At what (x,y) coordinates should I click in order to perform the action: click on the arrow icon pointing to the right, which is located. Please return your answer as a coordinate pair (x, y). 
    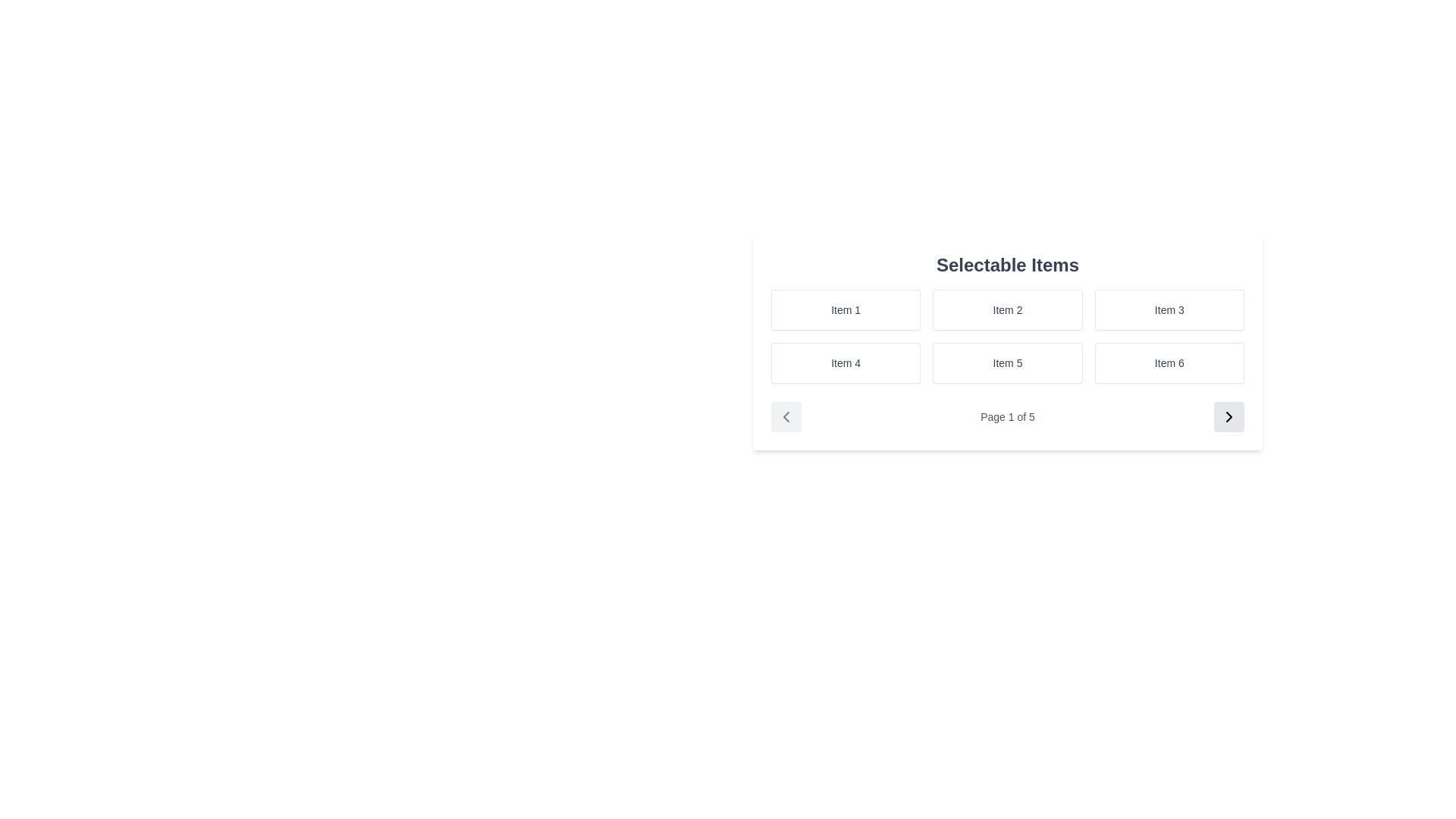
    Looking at the image, I should click on (1229, 417).